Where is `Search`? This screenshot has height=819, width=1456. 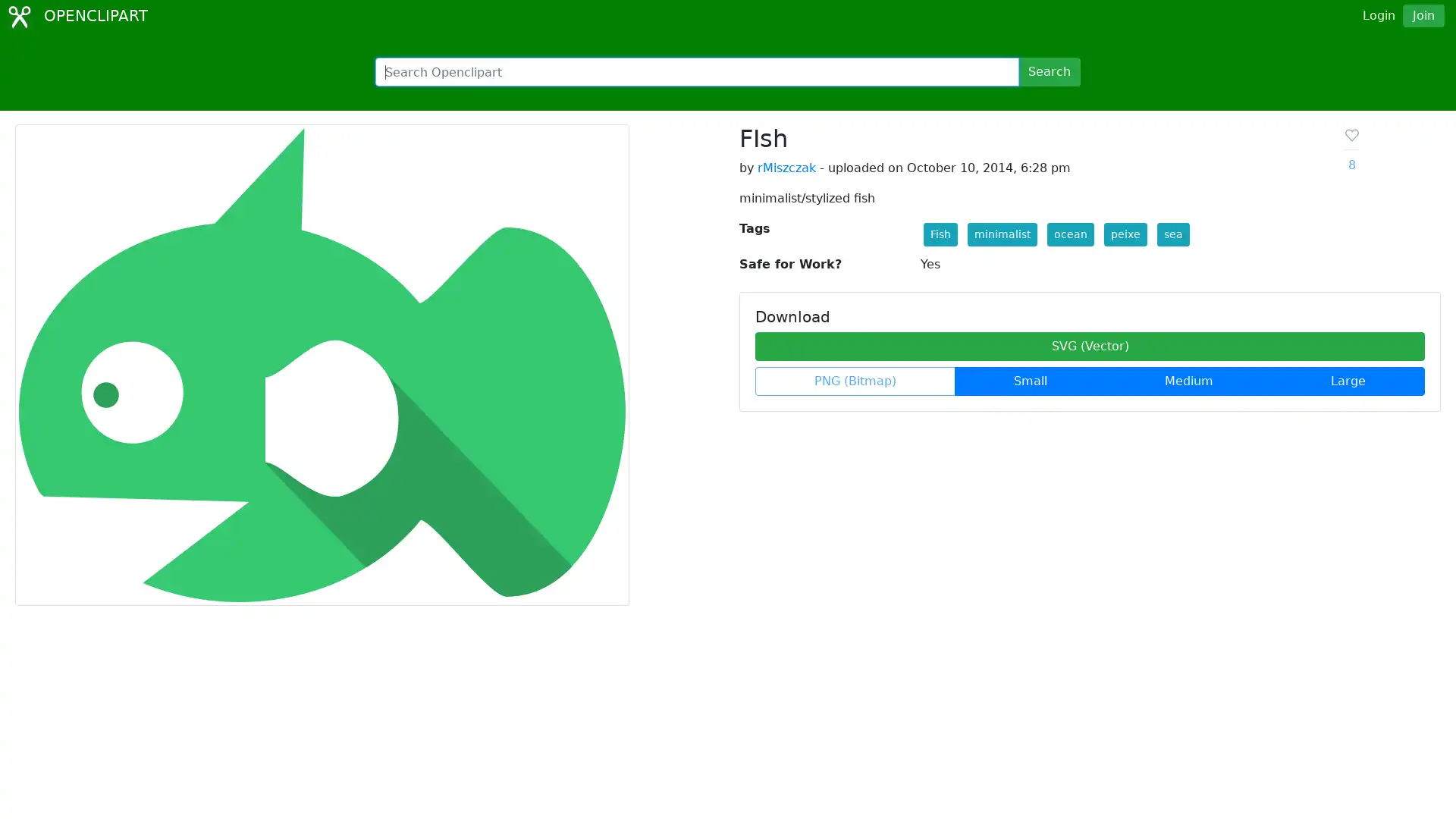 Search is located at coordinates (1048, 72).